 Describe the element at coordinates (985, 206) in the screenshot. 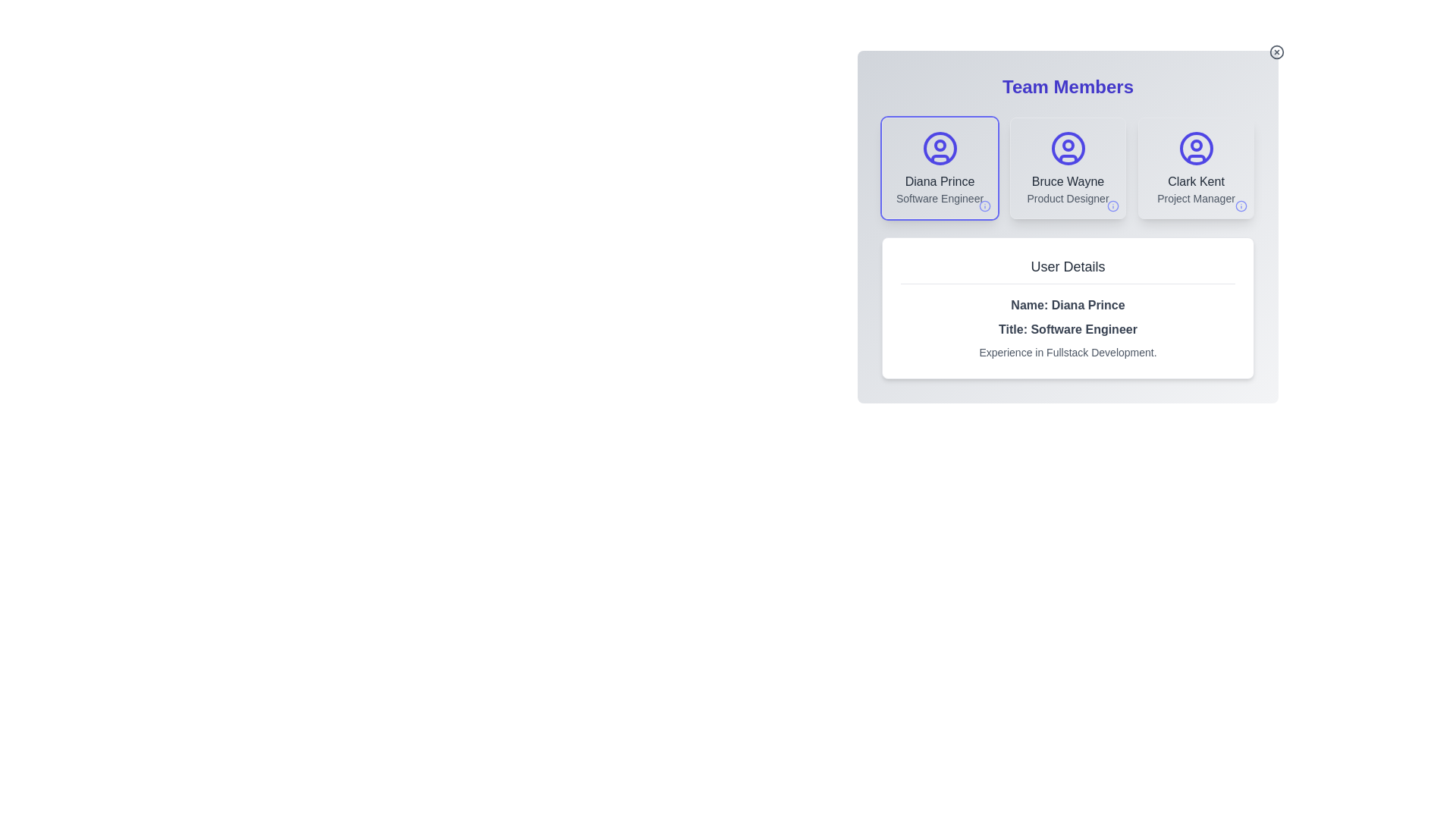

I see `the circular icon with an 'i' symbol, styled with a blue tint, located in the bottom-right corner of the card labeled 'Diana Prince Software Engineer' in the 'Team Members' section` at that location.